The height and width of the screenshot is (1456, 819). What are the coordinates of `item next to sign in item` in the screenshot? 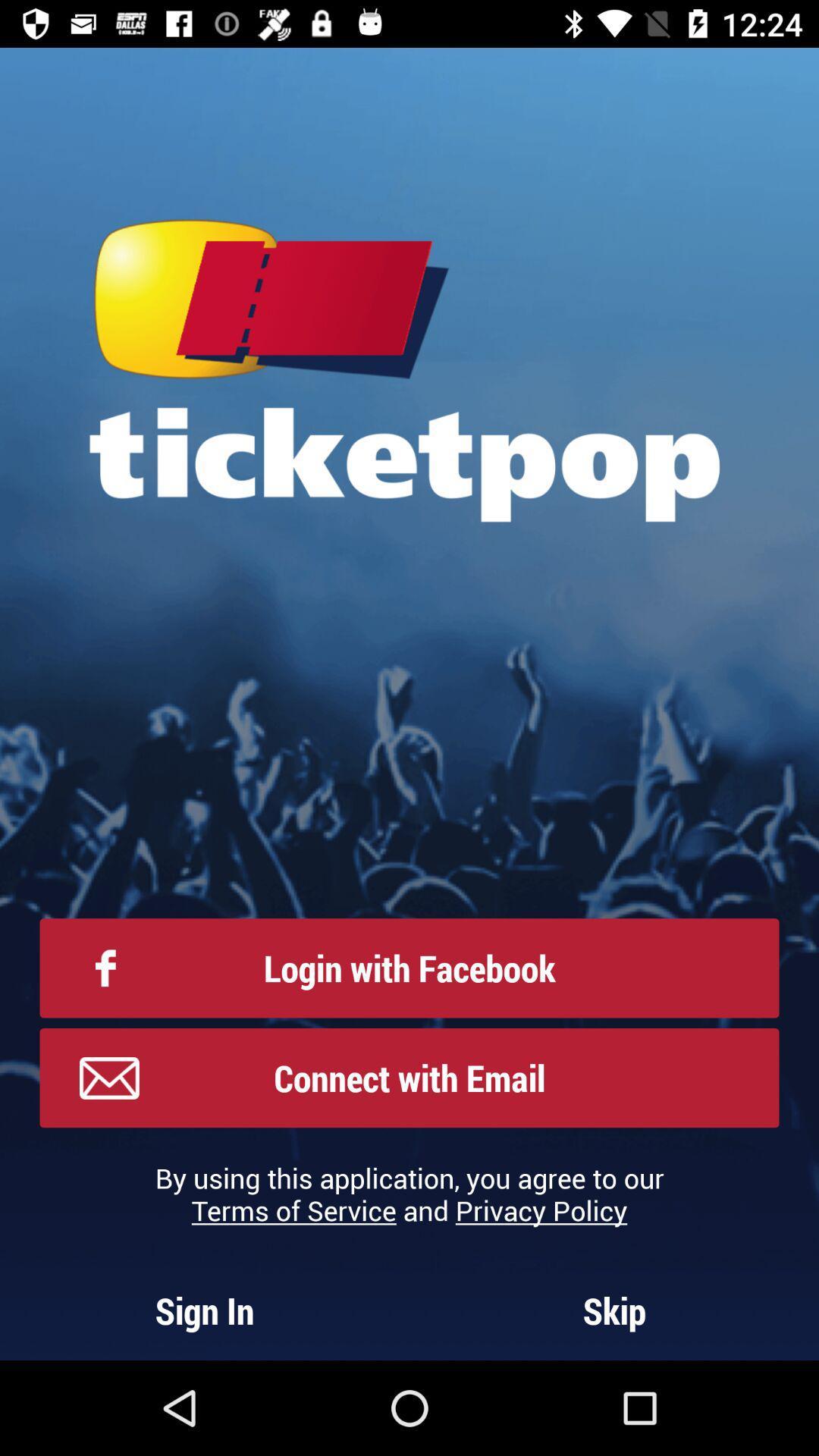 It's located at (614, 1310).